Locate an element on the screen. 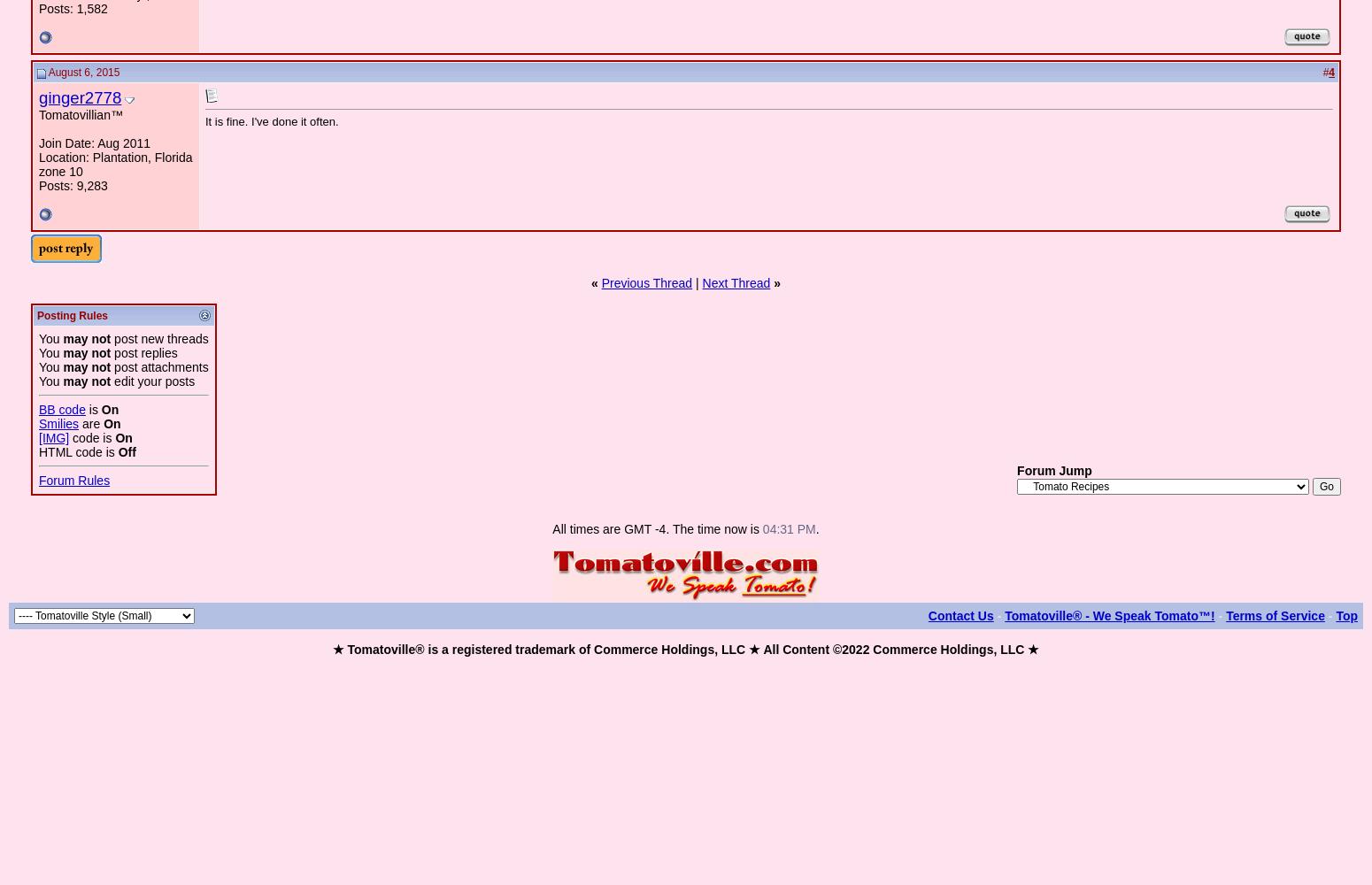  'code is' is located at coordinates (92, 437).